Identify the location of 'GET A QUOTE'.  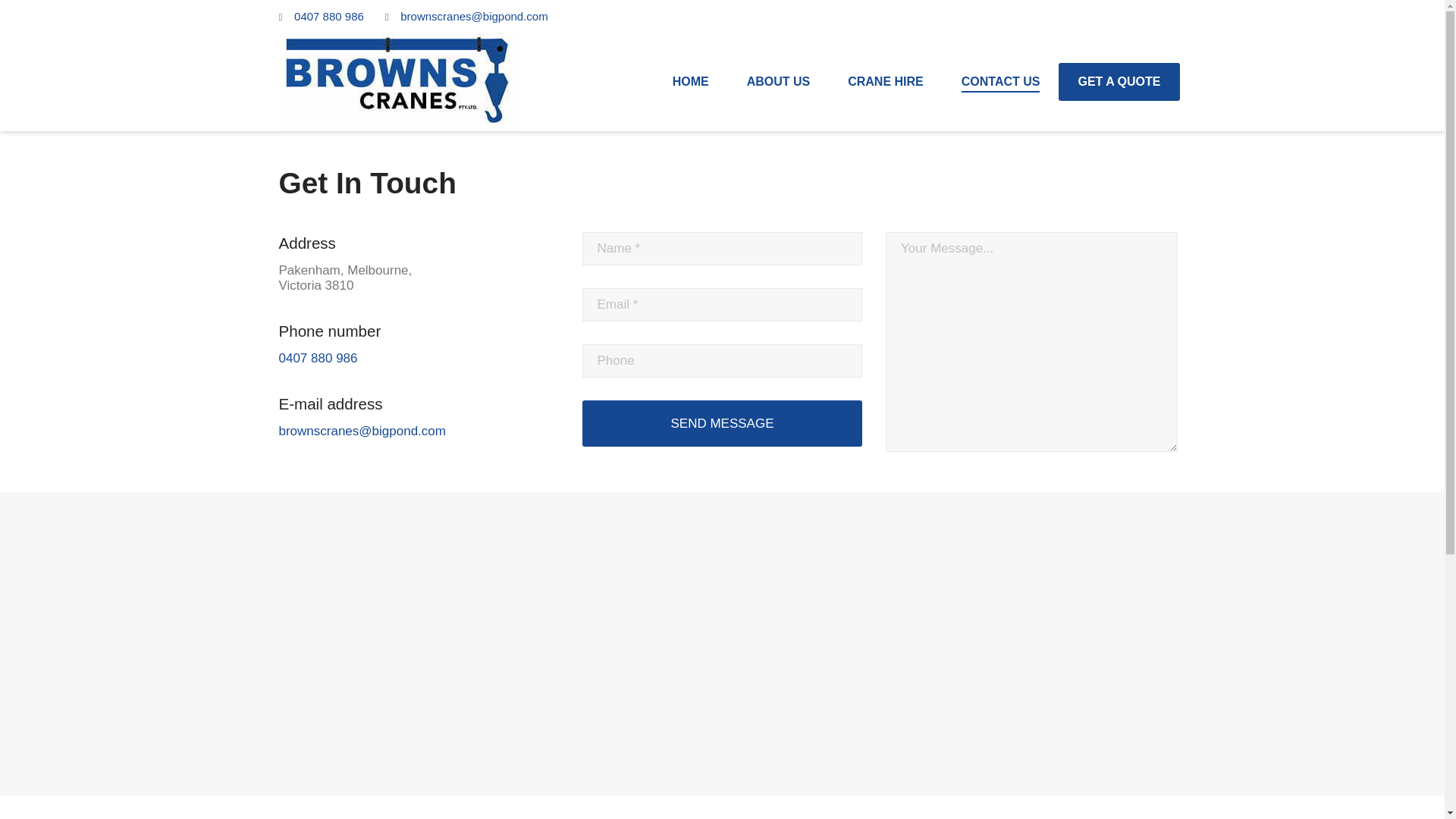
(1119, 82).